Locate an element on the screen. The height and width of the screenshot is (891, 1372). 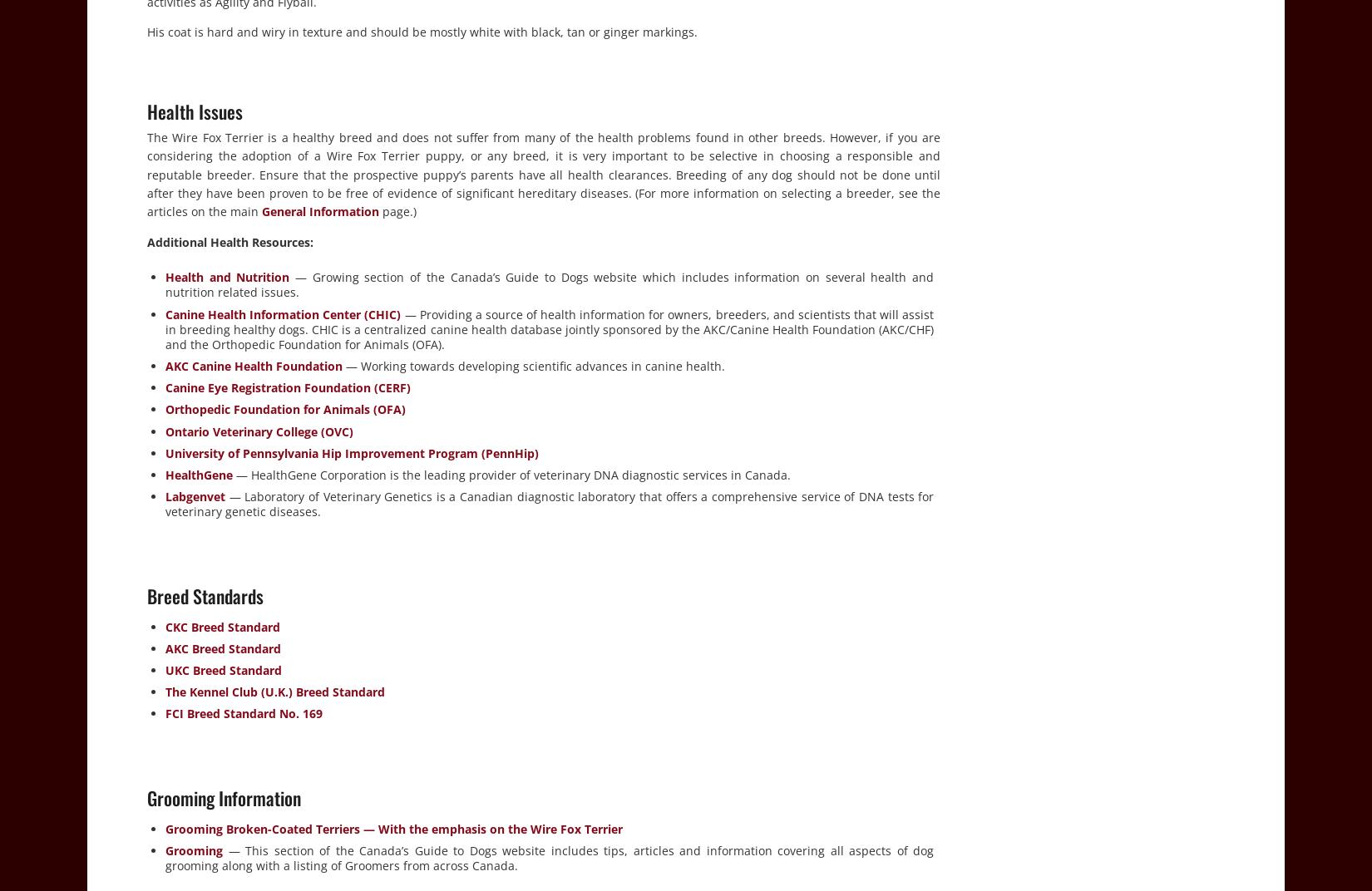
'General Information' is located at coordinates (320, 211).